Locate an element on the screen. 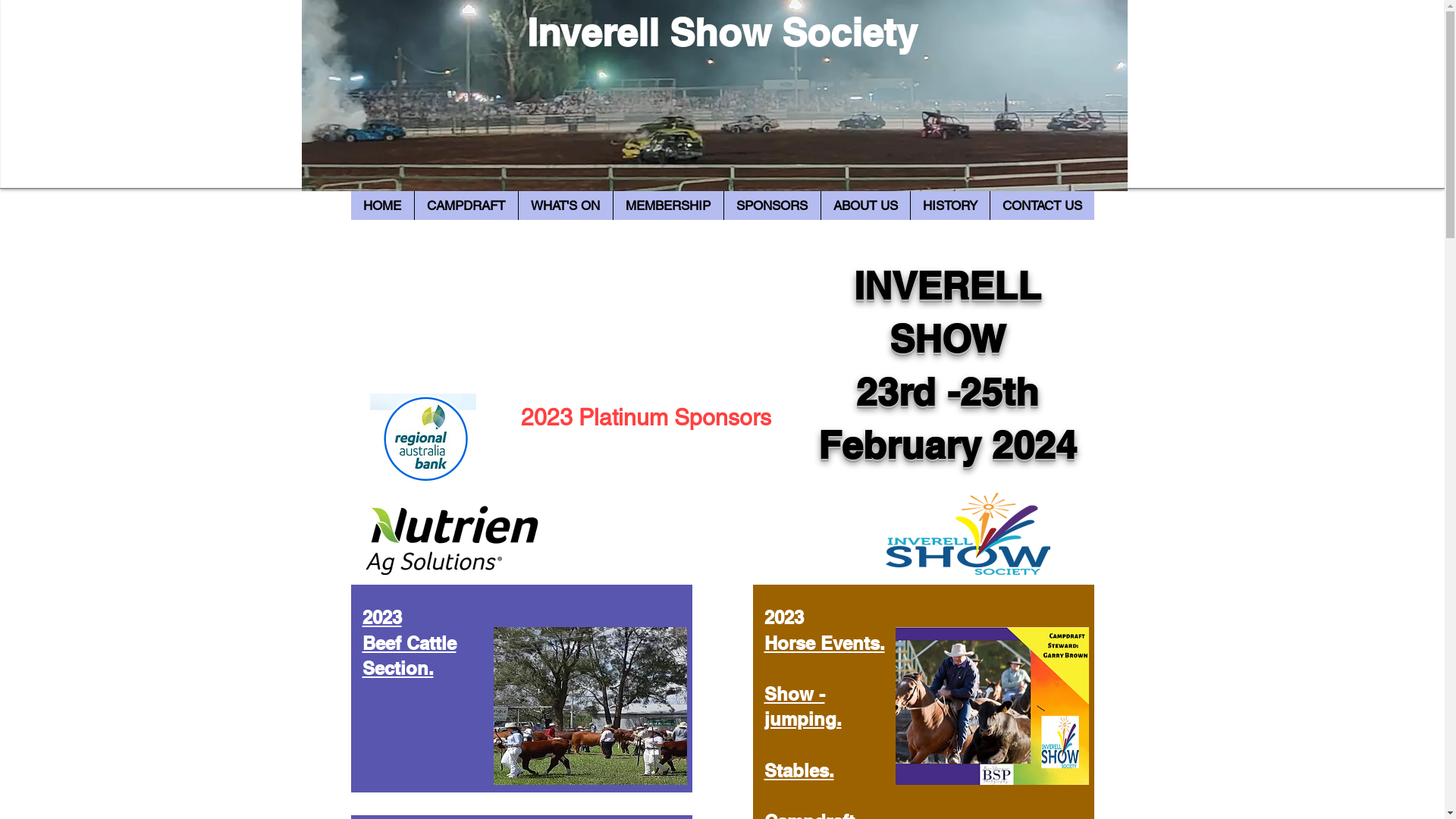 The width and height of the screenshot is (1456, 819). 'FBOOK RAB LOGO.PNG' is located at coordinates (422, 439).